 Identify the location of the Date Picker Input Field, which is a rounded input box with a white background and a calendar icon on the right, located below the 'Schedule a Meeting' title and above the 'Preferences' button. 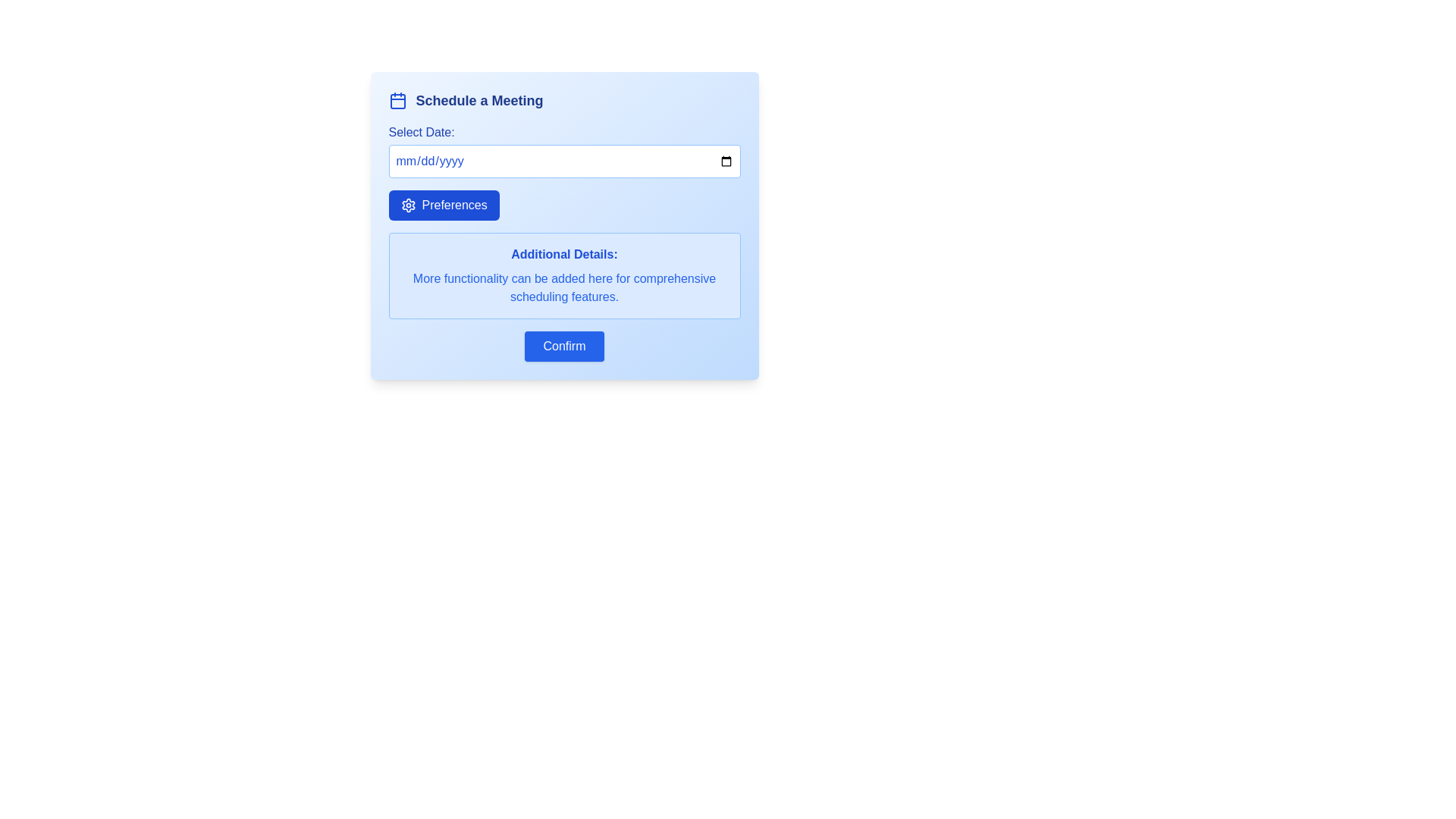
(563, 151).